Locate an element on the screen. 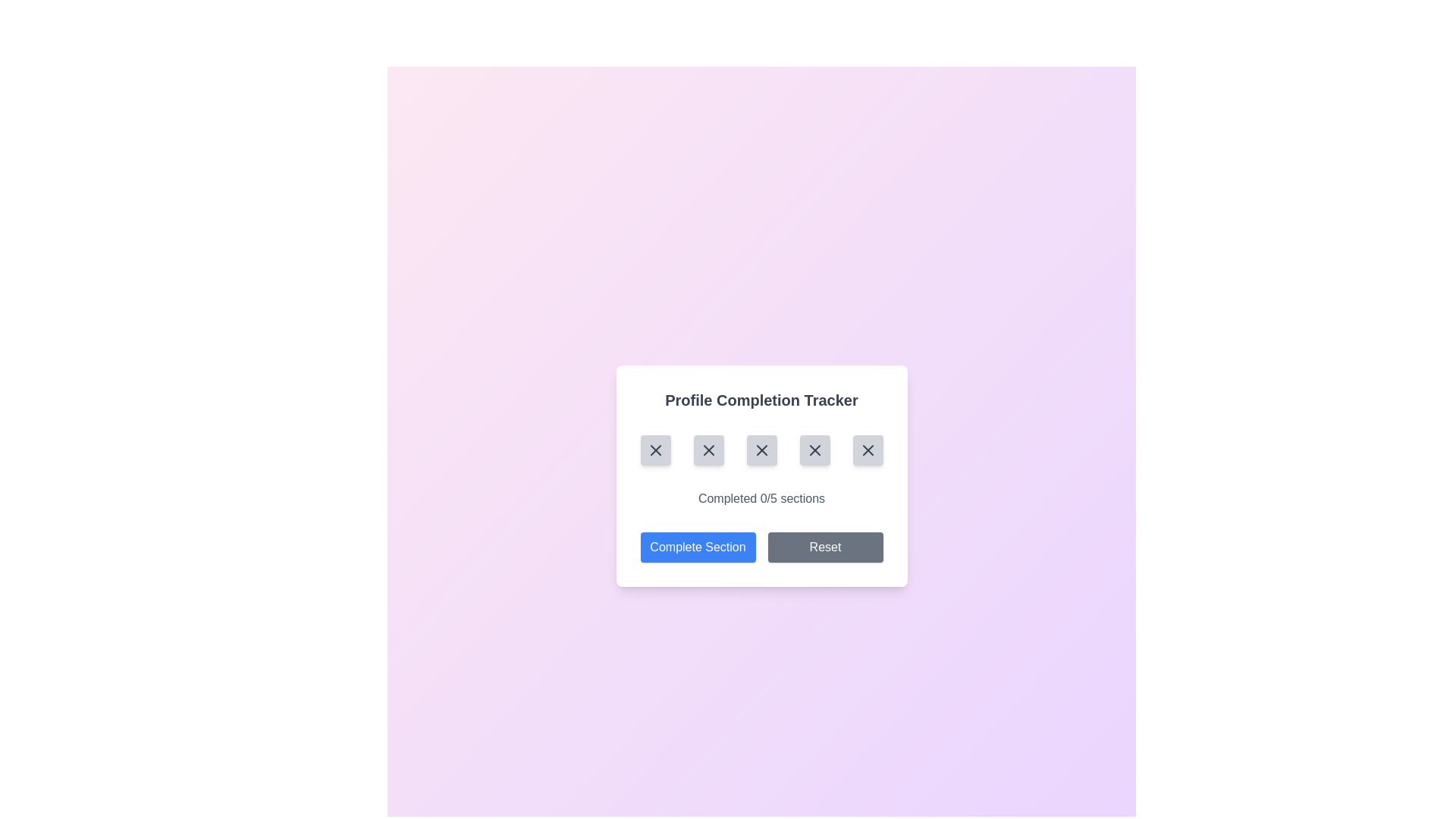 Image resolution: width=1456 pixels, height=819 pixels. the small square-shaped button with a light gray background and a dark gray 'X' icon, which is the third button from the left in a row of five buttons is located at coordinates (761, 450).